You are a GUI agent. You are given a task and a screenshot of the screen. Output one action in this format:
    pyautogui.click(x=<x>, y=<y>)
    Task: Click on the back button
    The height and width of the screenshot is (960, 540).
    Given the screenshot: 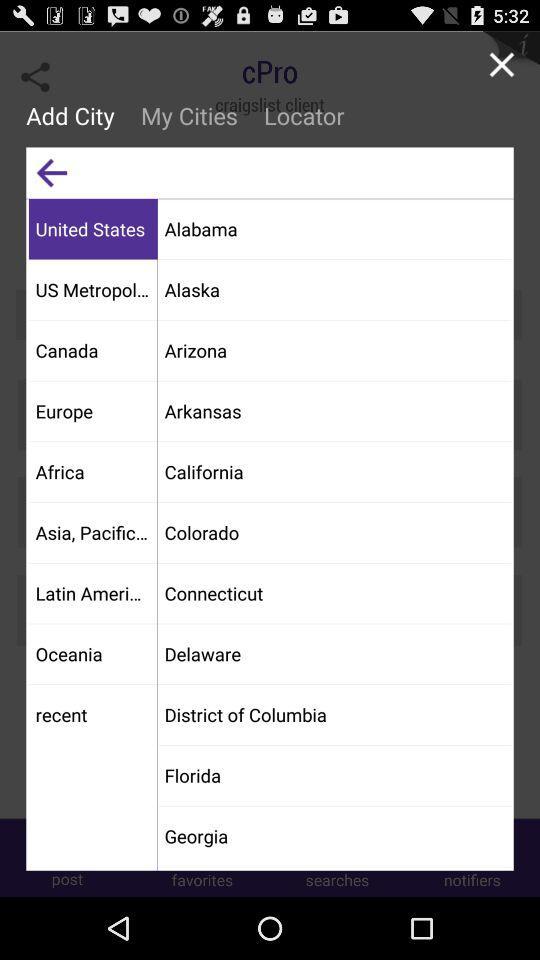 What is the action you would take?
    pyautogui.click(x=51, y=171)
    